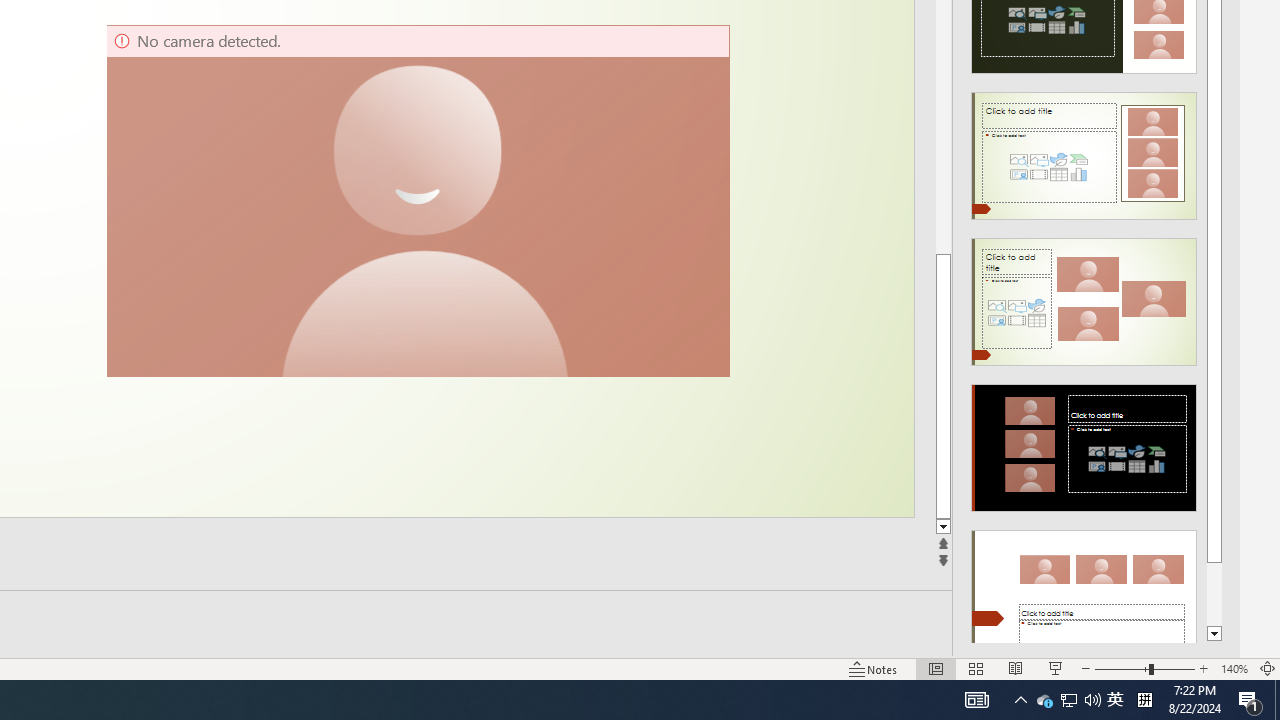  Describe the element at coordinates (416, 200) in the screenshot. I see `'Camera 4, No camera detected.'` at that location.